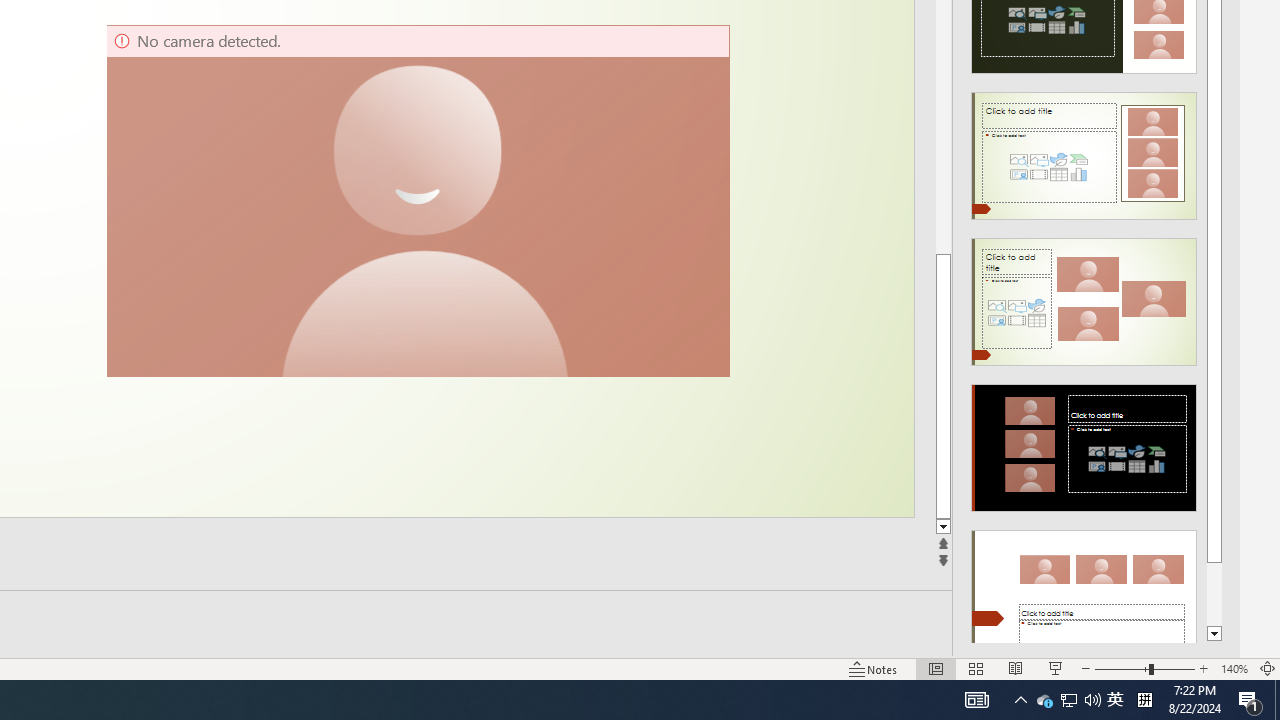  Describe the element at coordinates (416, 200) in the screenshot. I see `'Camera 4, No camera detected.'` at that location.